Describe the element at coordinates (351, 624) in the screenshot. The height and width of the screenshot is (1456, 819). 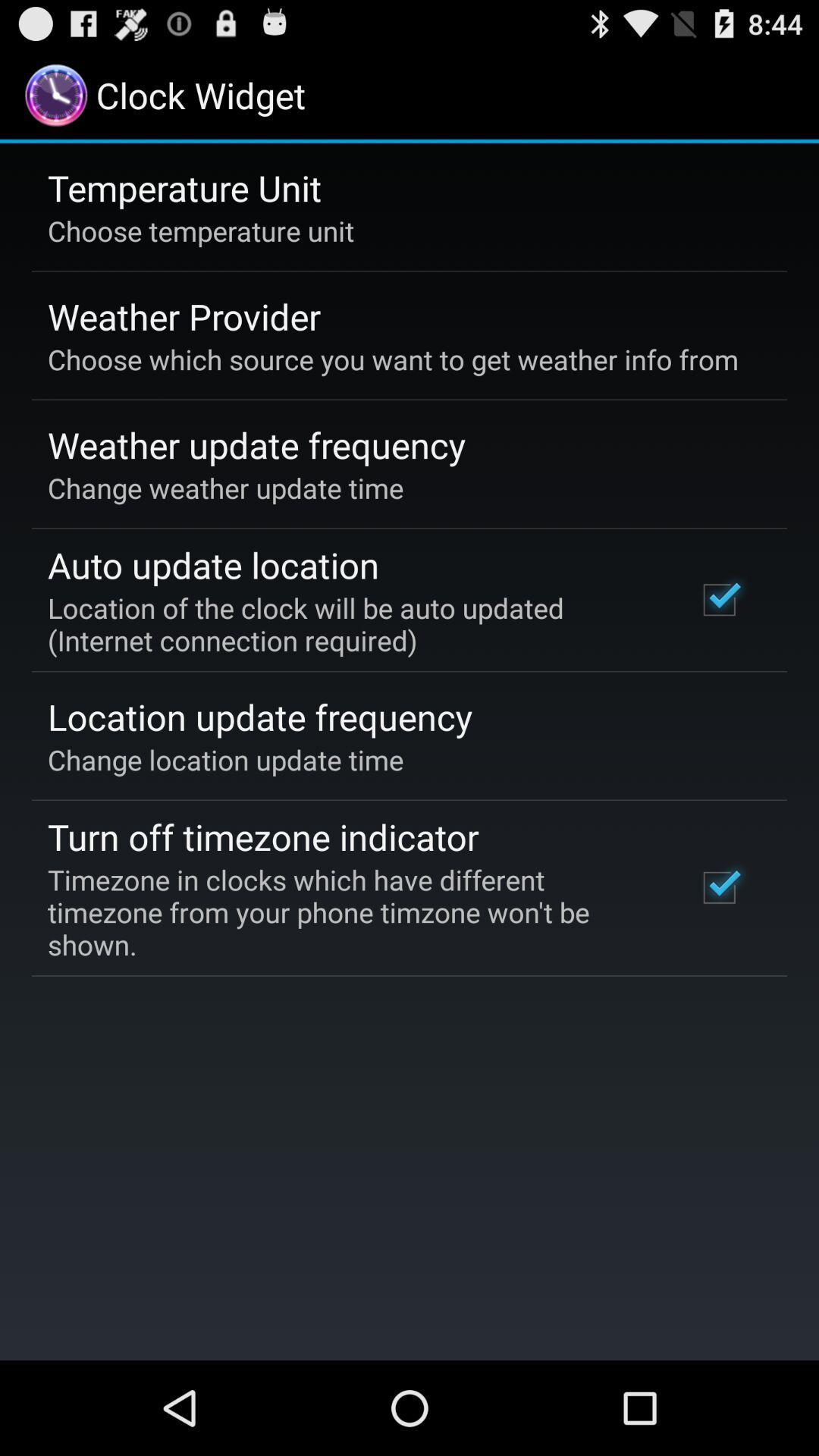
I see `location of the` at that location.